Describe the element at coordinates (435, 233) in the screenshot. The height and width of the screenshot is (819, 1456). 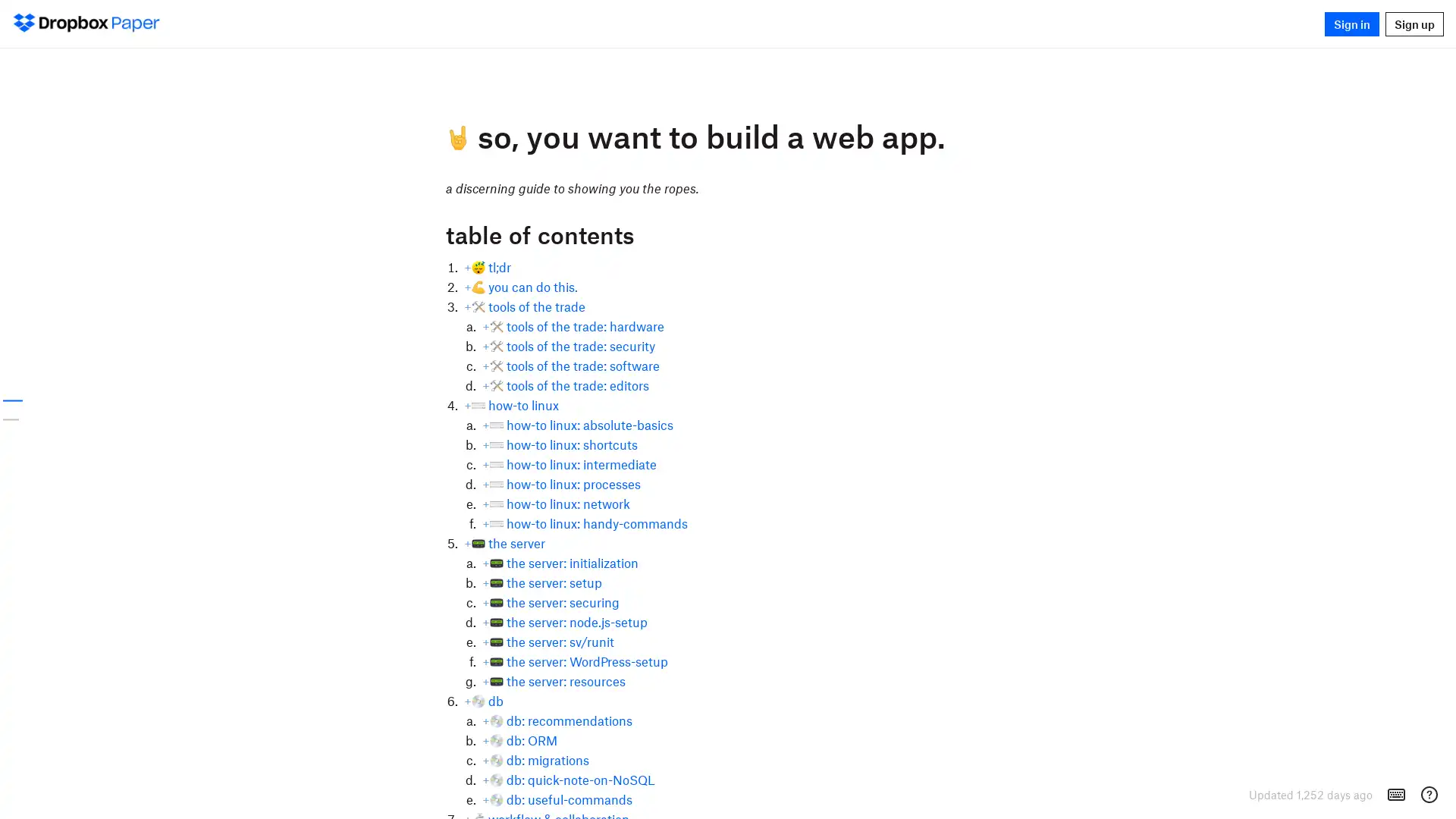
I see `Collapse` at that location.